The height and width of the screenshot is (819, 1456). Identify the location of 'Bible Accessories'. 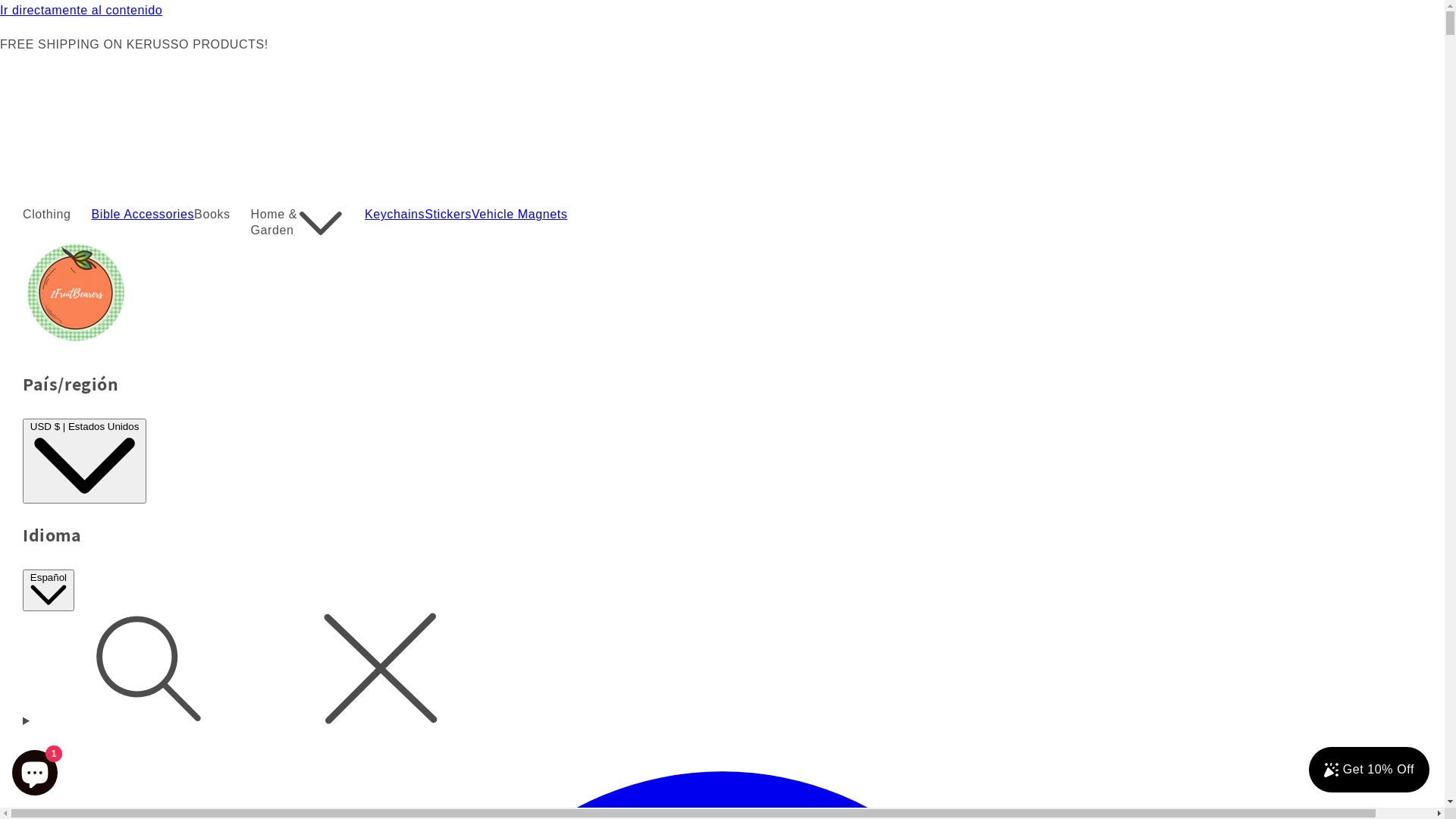
(143, 215).